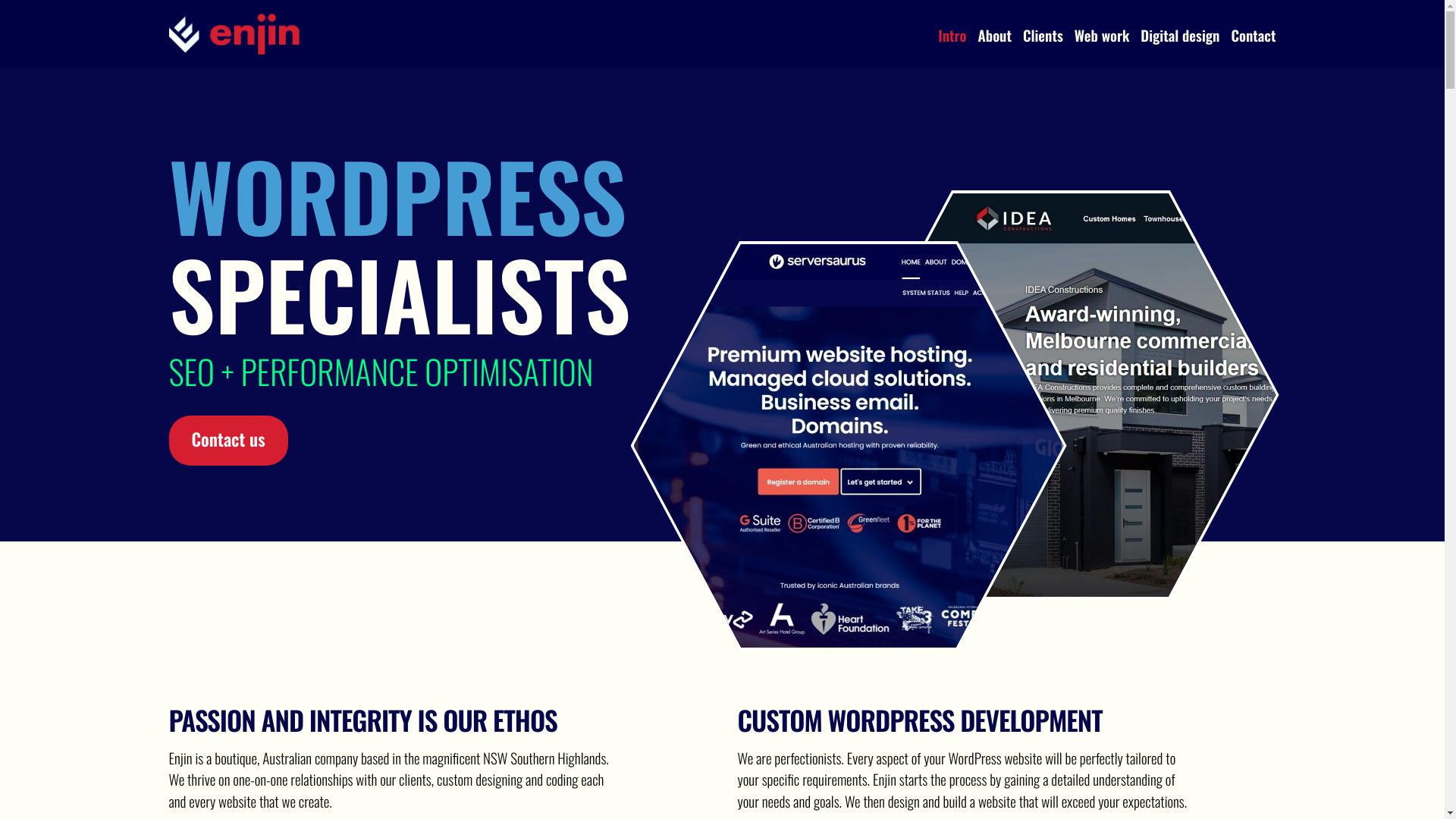  Describe the element at coordinates (1230, 35) in the screenshot. I see `'Contact'` at that location.